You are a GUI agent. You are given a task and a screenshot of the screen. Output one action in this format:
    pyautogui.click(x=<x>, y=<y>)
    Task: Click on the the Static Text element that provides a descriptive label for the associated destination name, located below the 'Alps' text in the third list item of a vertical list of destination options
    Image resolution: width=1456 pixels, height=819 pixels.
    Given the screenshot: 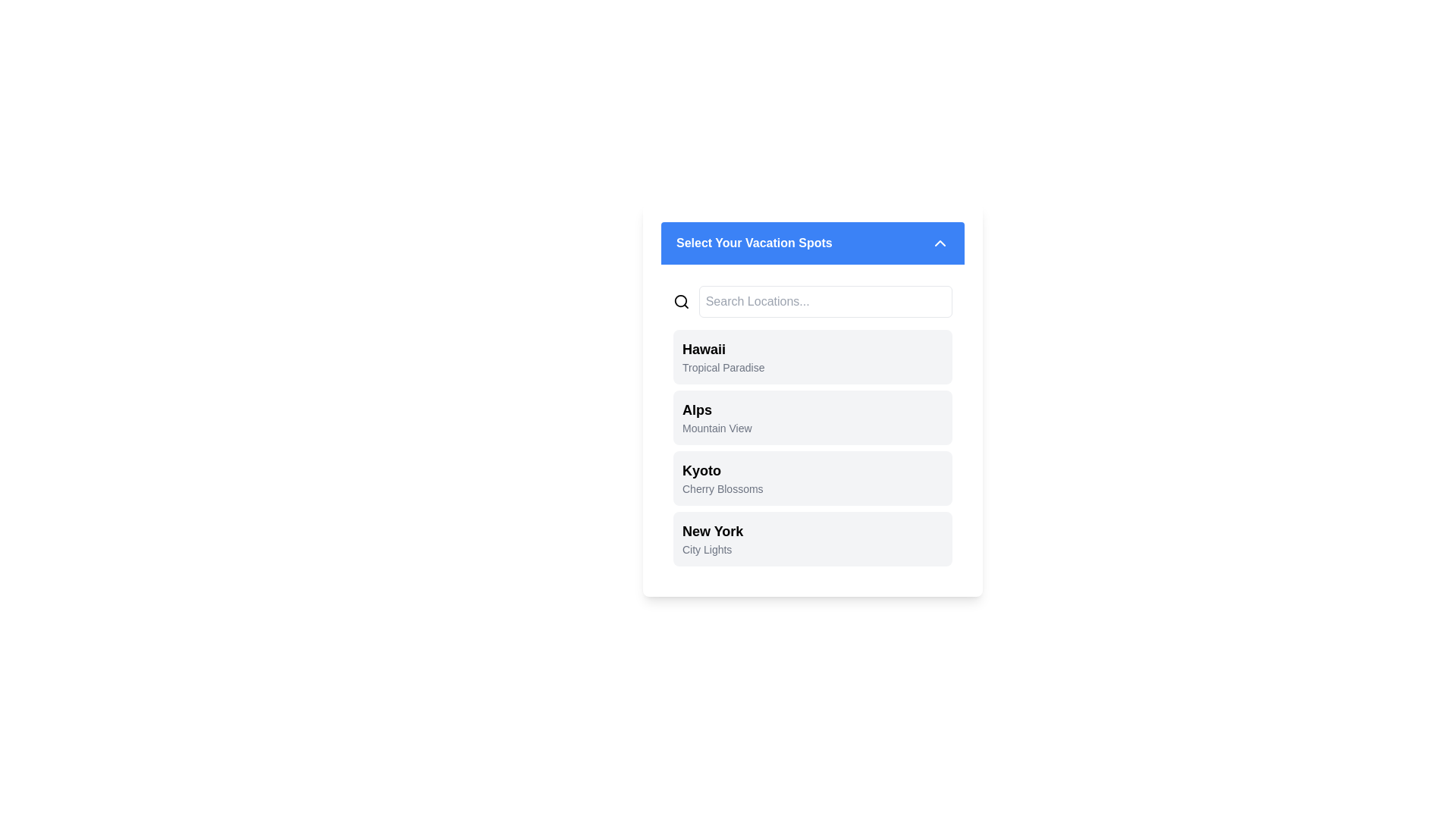 What is the action you would take?
    pyautogui.click(x=716, y=428)
    